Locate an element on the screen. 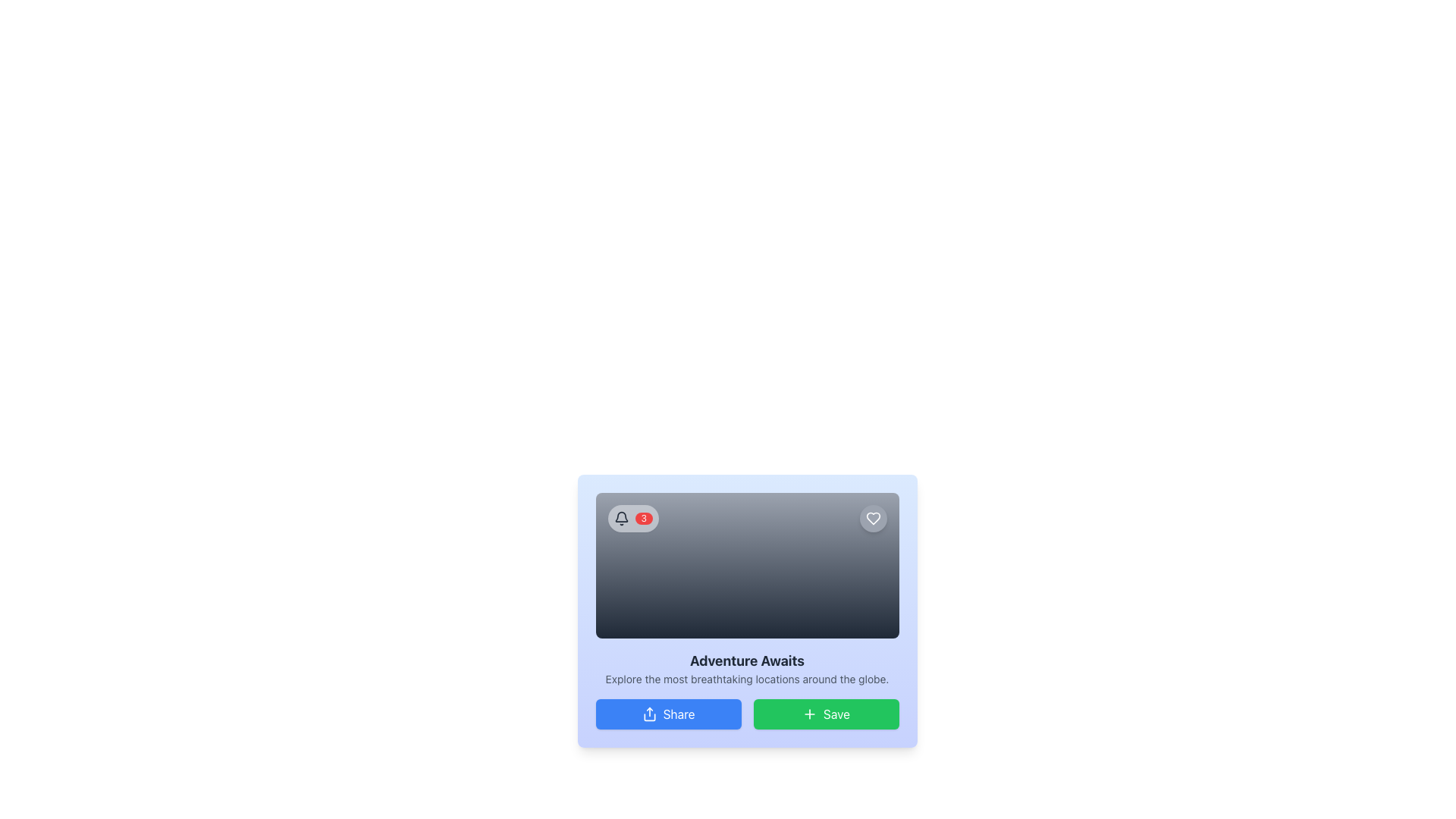 This screenshot has width=1456, height=819. the share icon located within the blue 'Share' button at the bottom-left corner of a card interface to share content is located at coordinates (649, 714).